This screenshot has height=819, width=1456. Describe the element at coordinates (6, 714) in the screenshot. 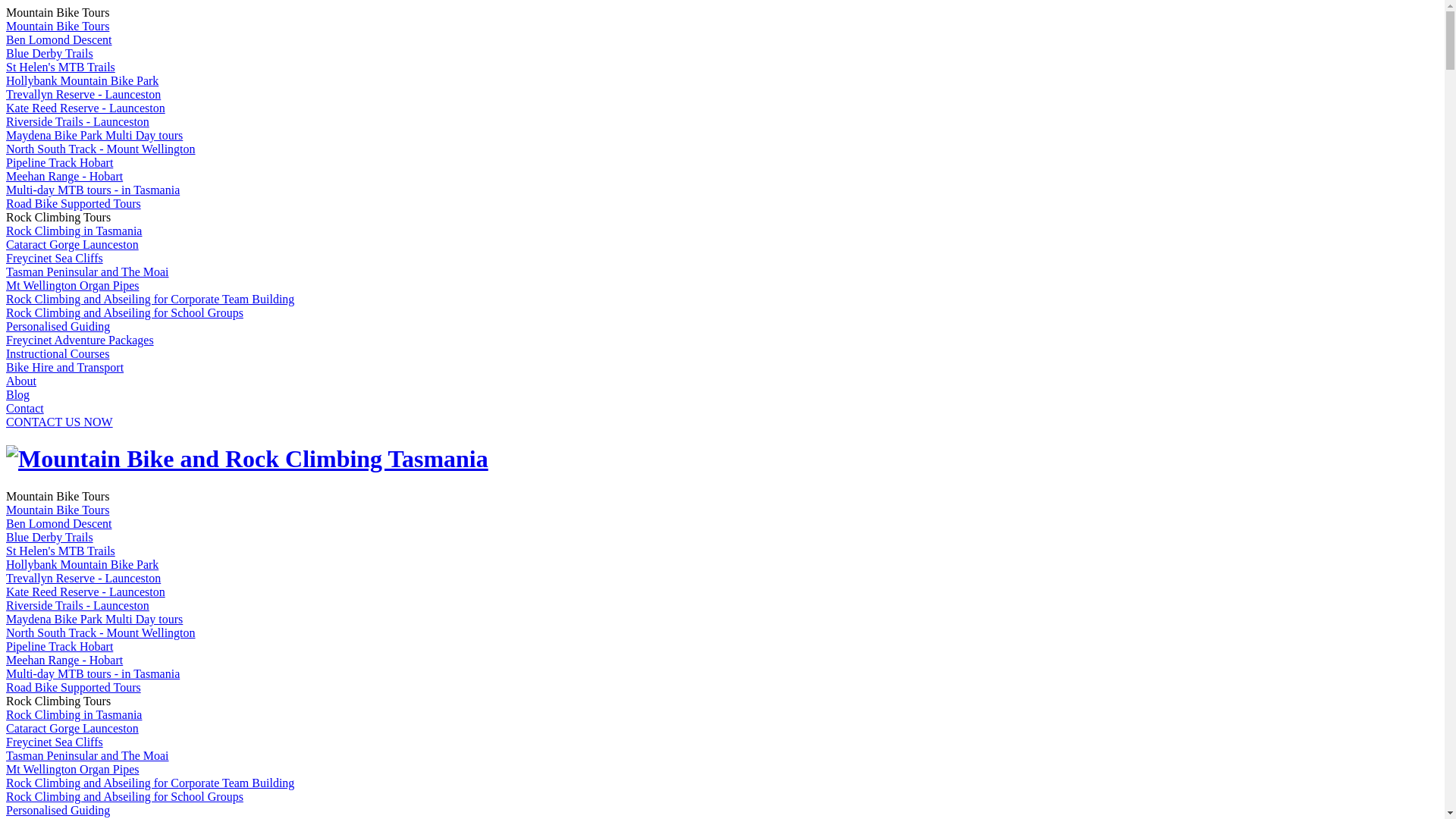

I see `'Rock Climbing in Tasmania'` at that location.